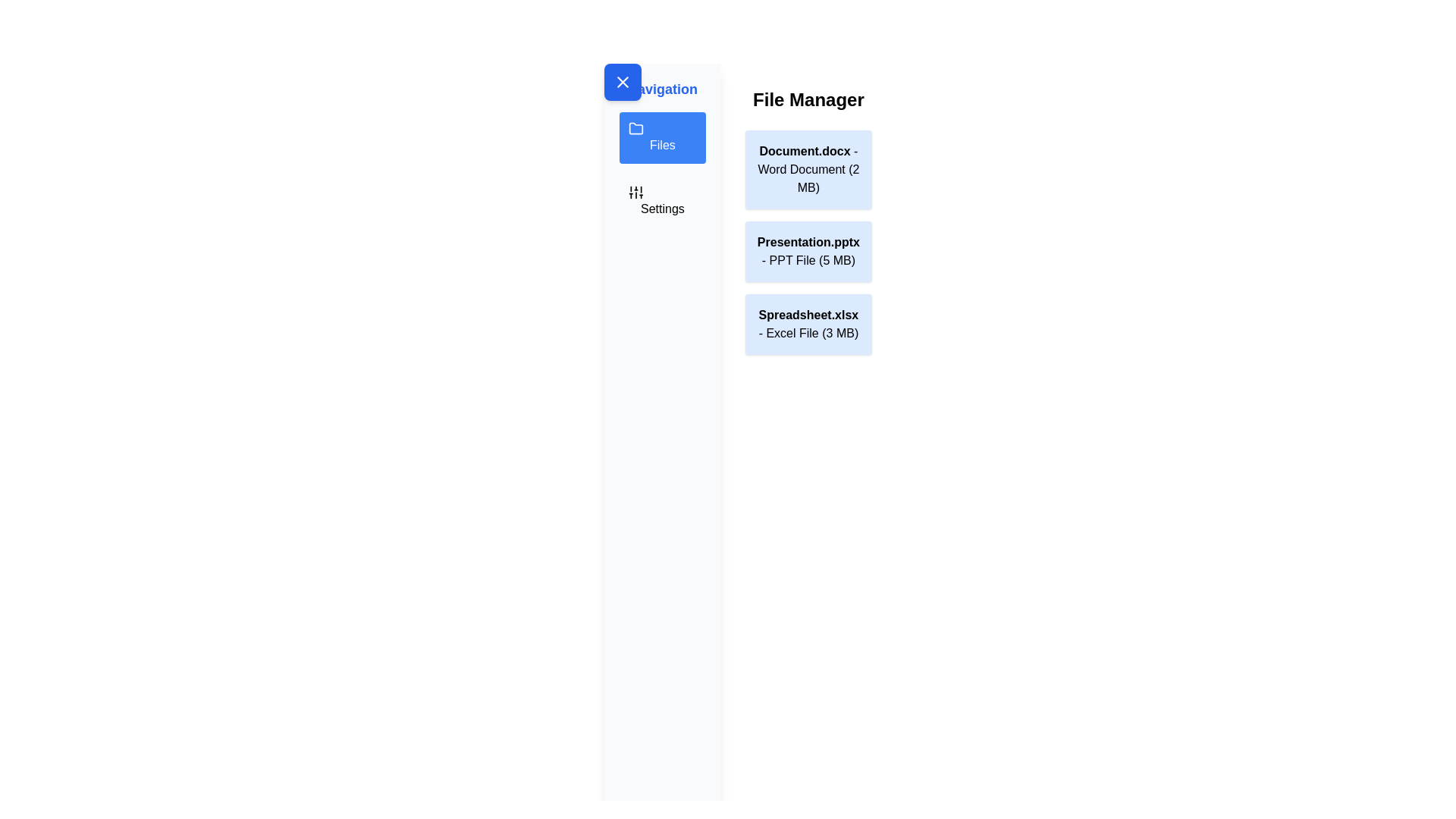 This screenshot has height=819, width=1456. I want to click on the close icon located at the upper left-hand corner of the sidebar navigation section to trigger a tooltip or visual response, so click(623, 82).